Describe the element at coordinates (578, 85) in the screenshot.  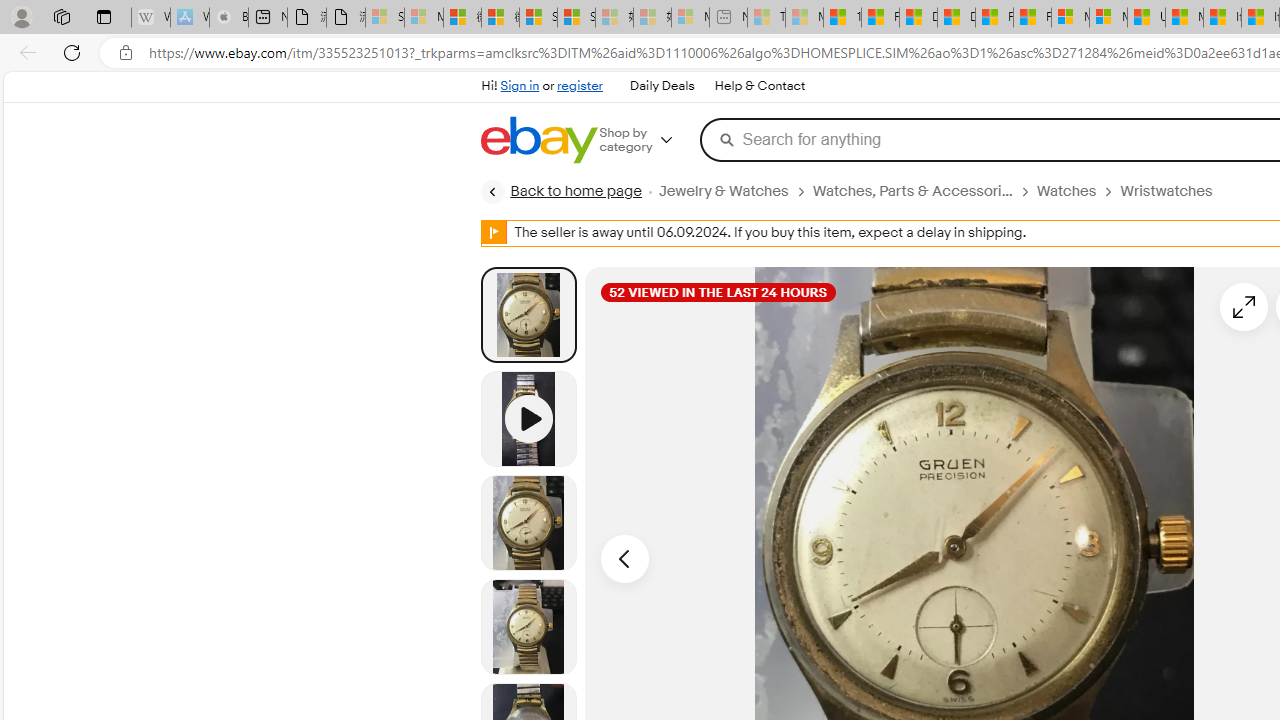
I see `'register'` at that location.